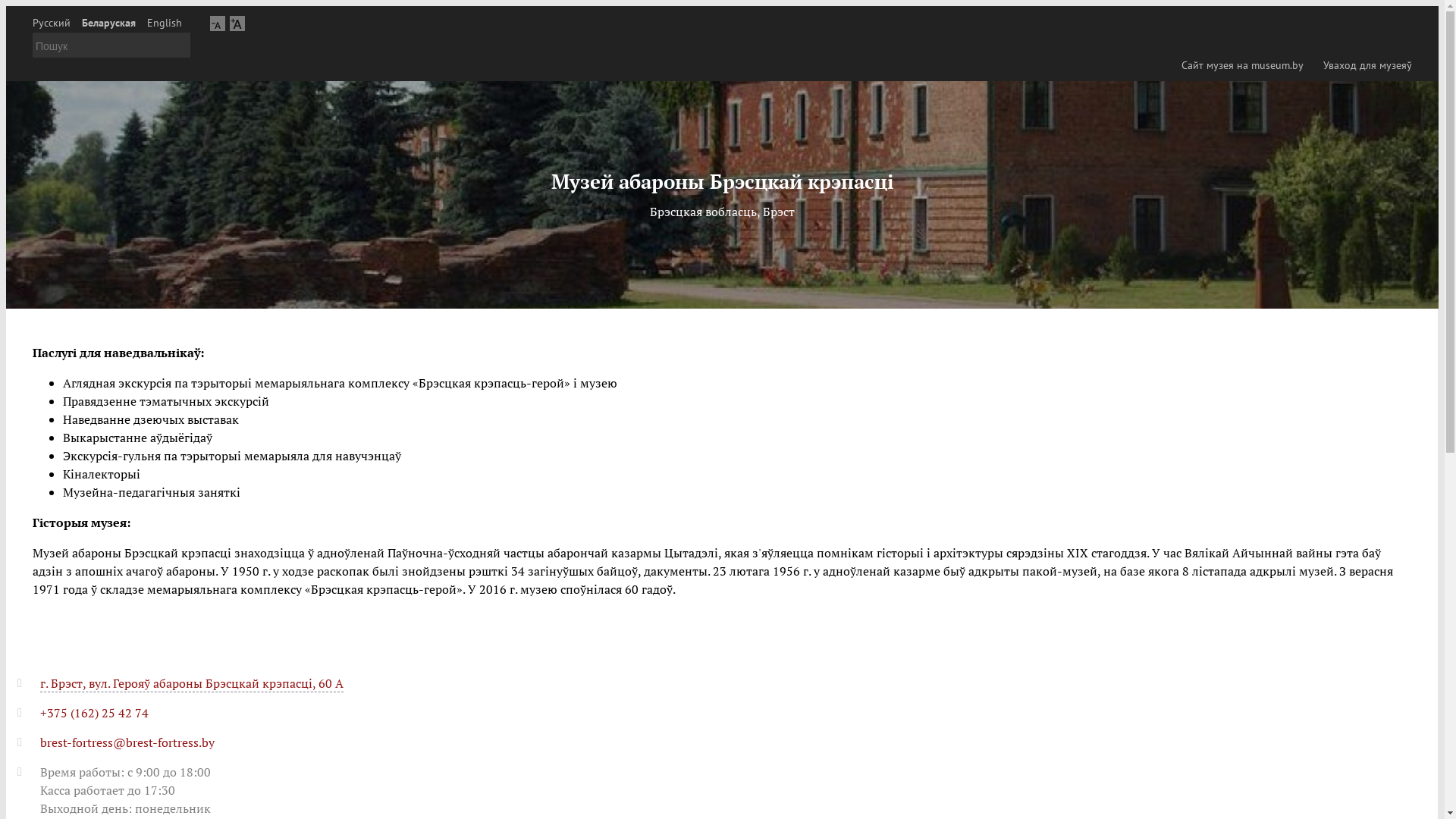  What do you see at coordinates (93, 713) in the screenshot?
I see `'+375 (162) 25 42 74'` at bounding box center [93, 713].